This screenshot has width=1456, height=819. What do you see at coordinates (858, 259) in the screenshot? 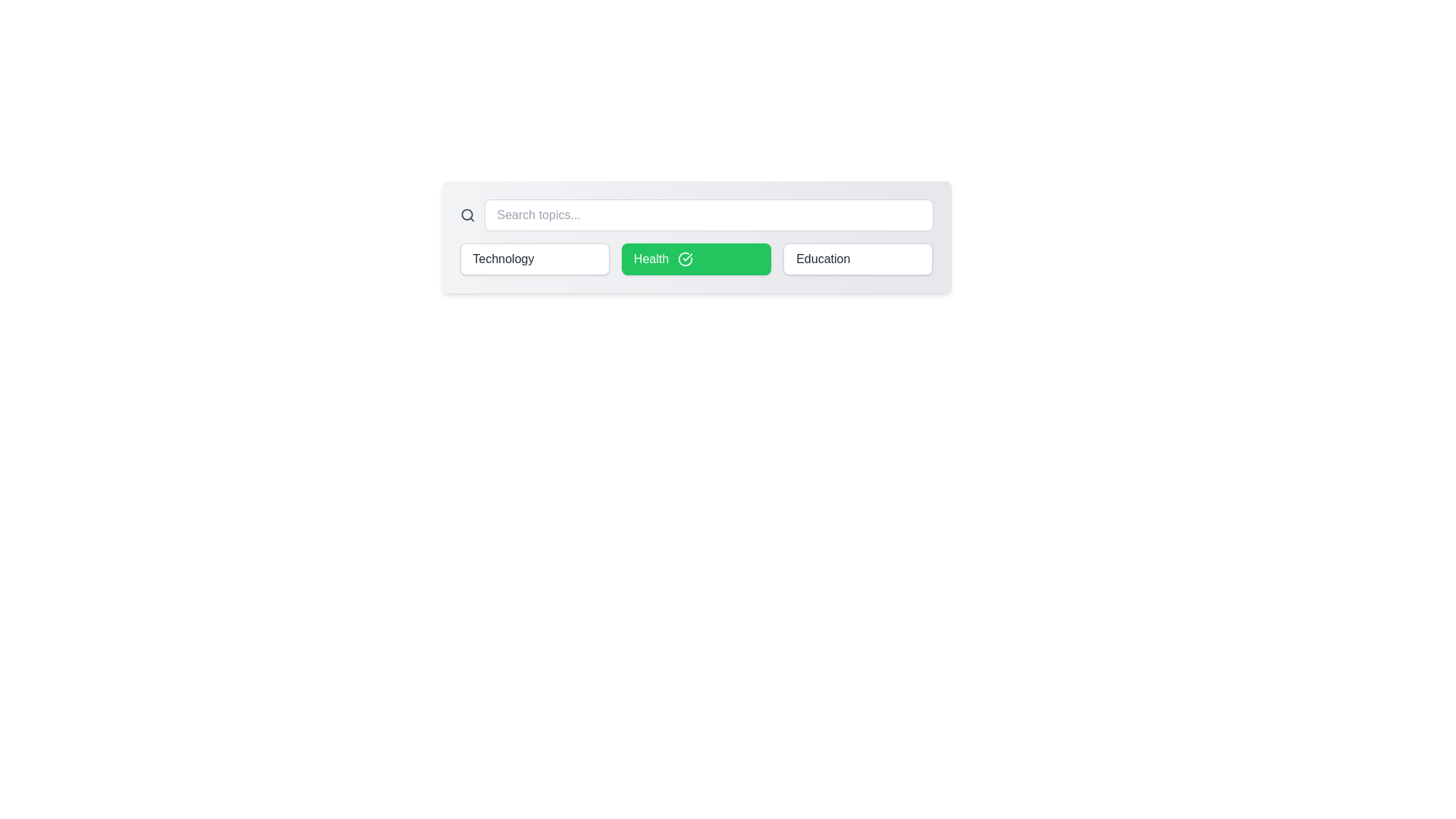
I see `the chip labeled Education to see its hover effect` at bounding box center [858, 259].